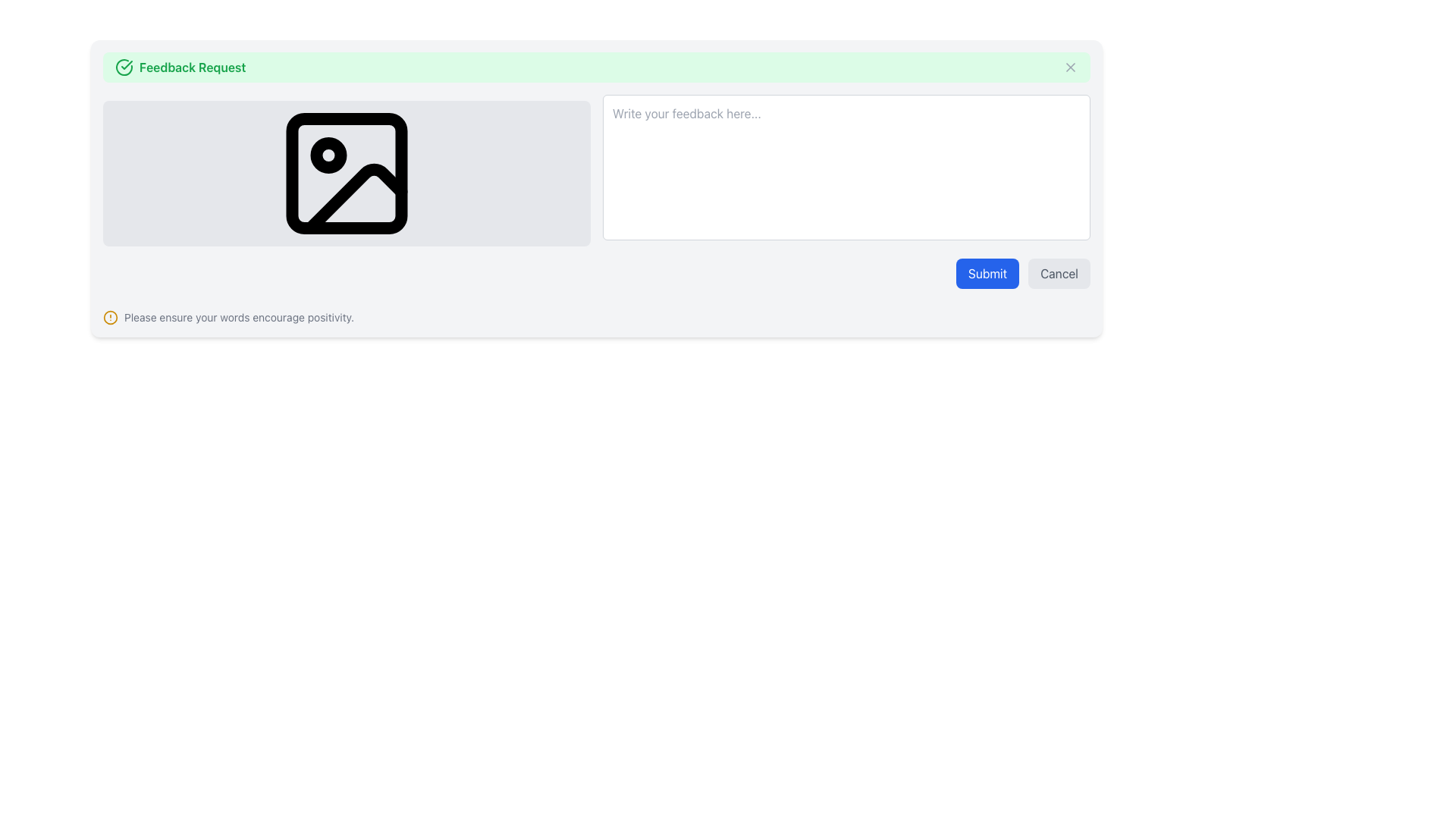 This screenshot has width=1456, height=819. What do you see at coordinates (124, 66) in the screenshot?
I see `the circular green checkmark icon located to the left of the 'Feedback Request' text` at bounding box center [124, 66].